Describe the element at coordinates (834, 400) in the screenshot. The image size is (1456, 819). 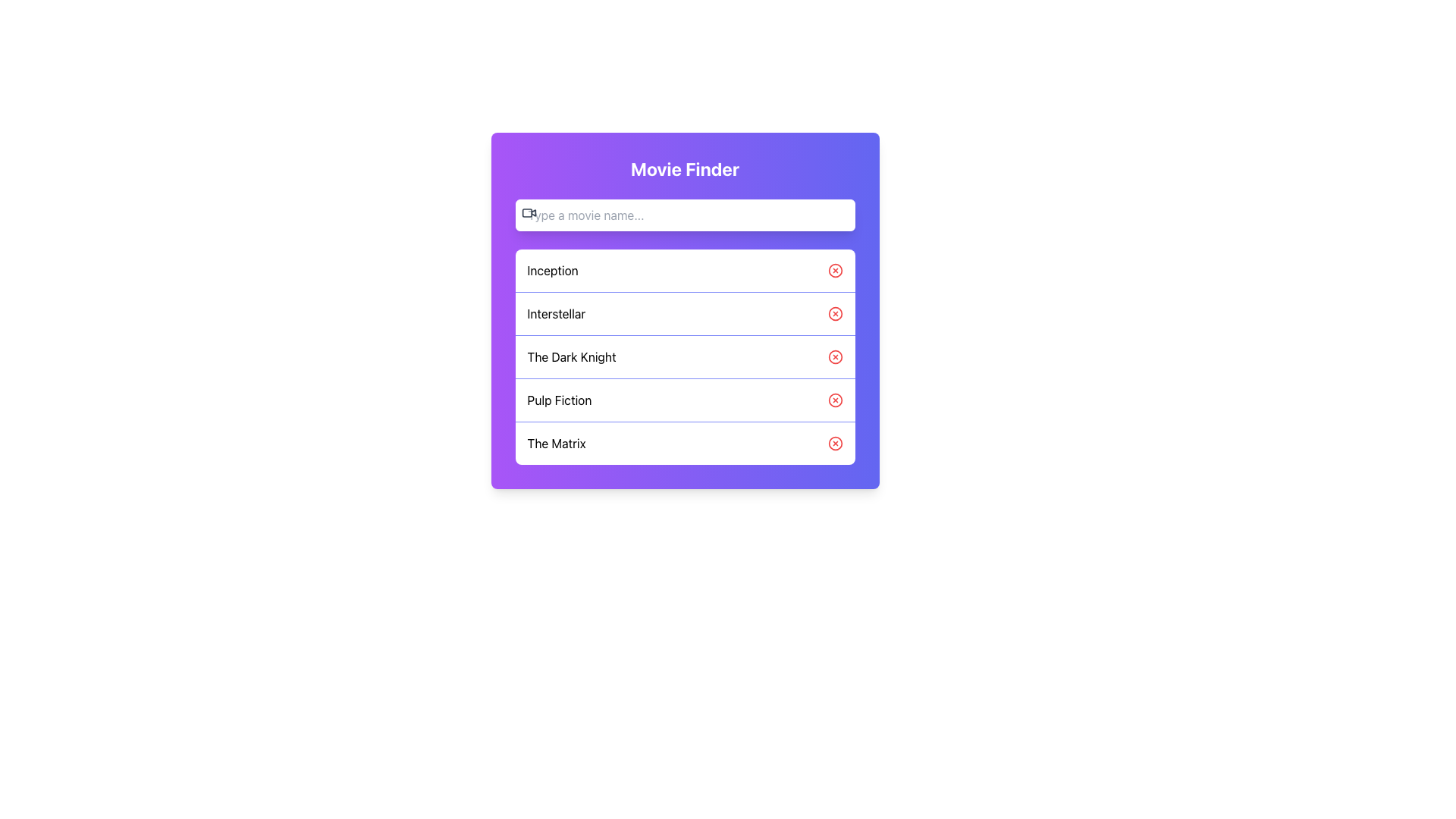
I see `the red circular dismiss icon located to the right of the 'Pulp Fiction' entry in the 'Movie Finder' dialog box` at that location.